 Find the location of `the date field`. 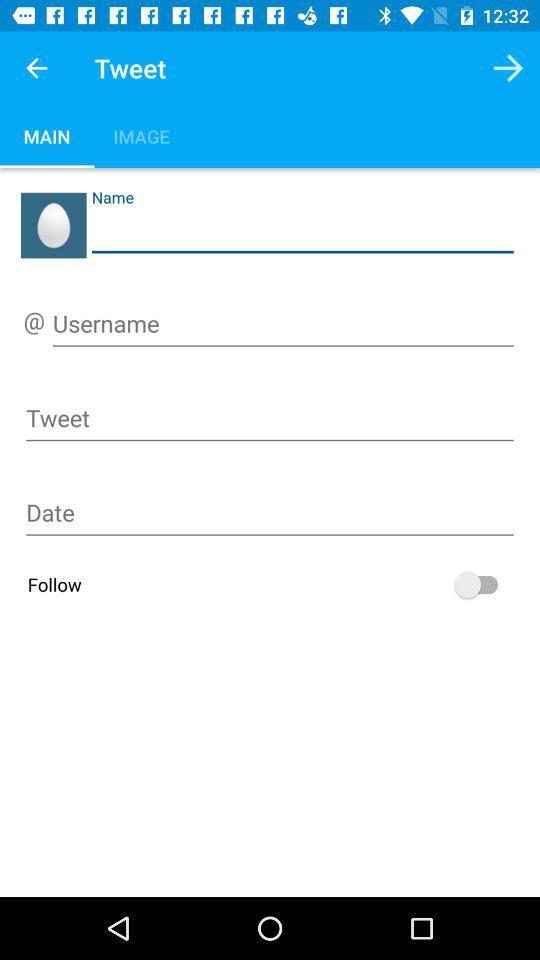

the date field is located at coordinates (270, 515).